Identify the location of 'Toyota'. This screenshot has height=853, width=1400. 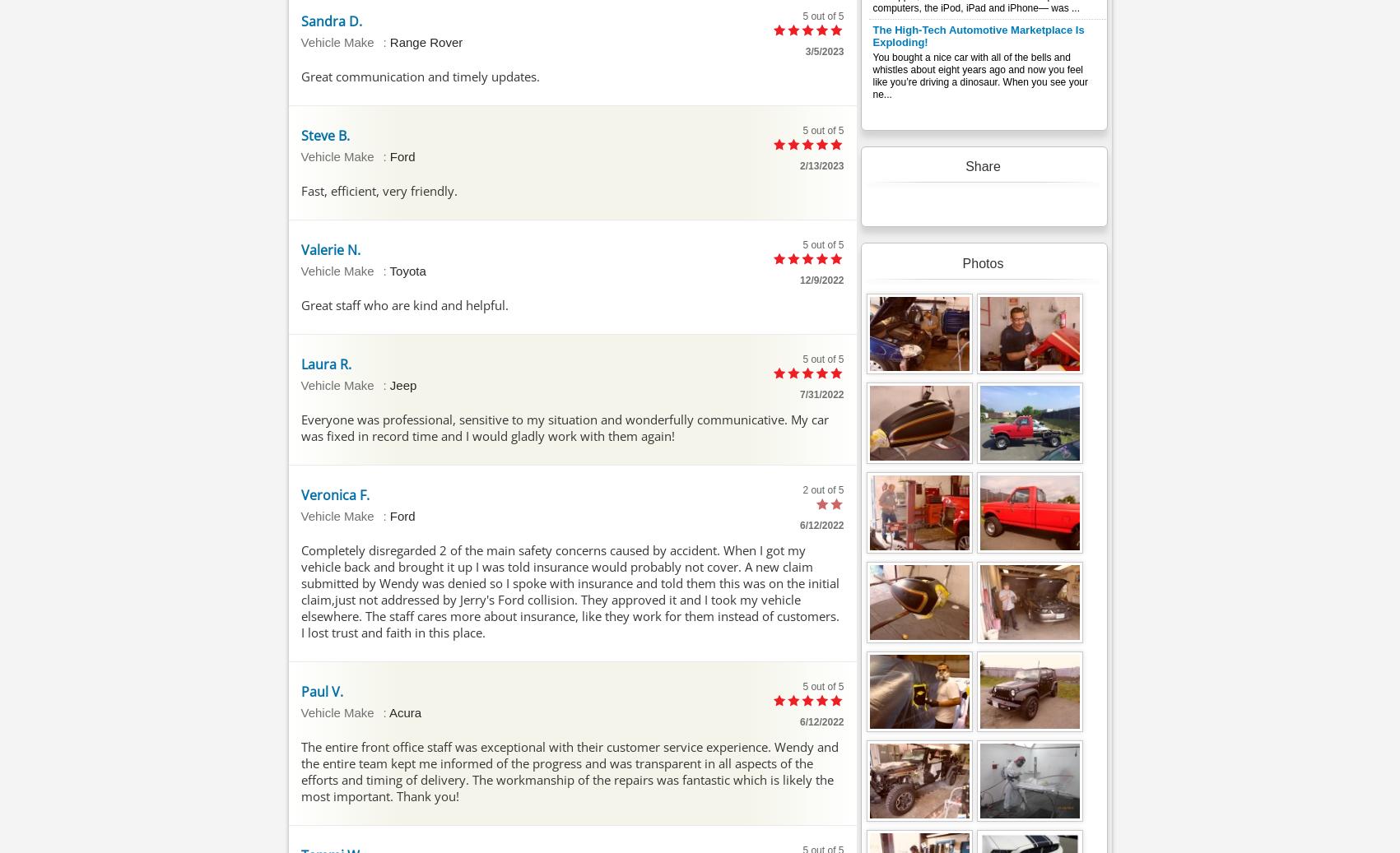
(407, 269).